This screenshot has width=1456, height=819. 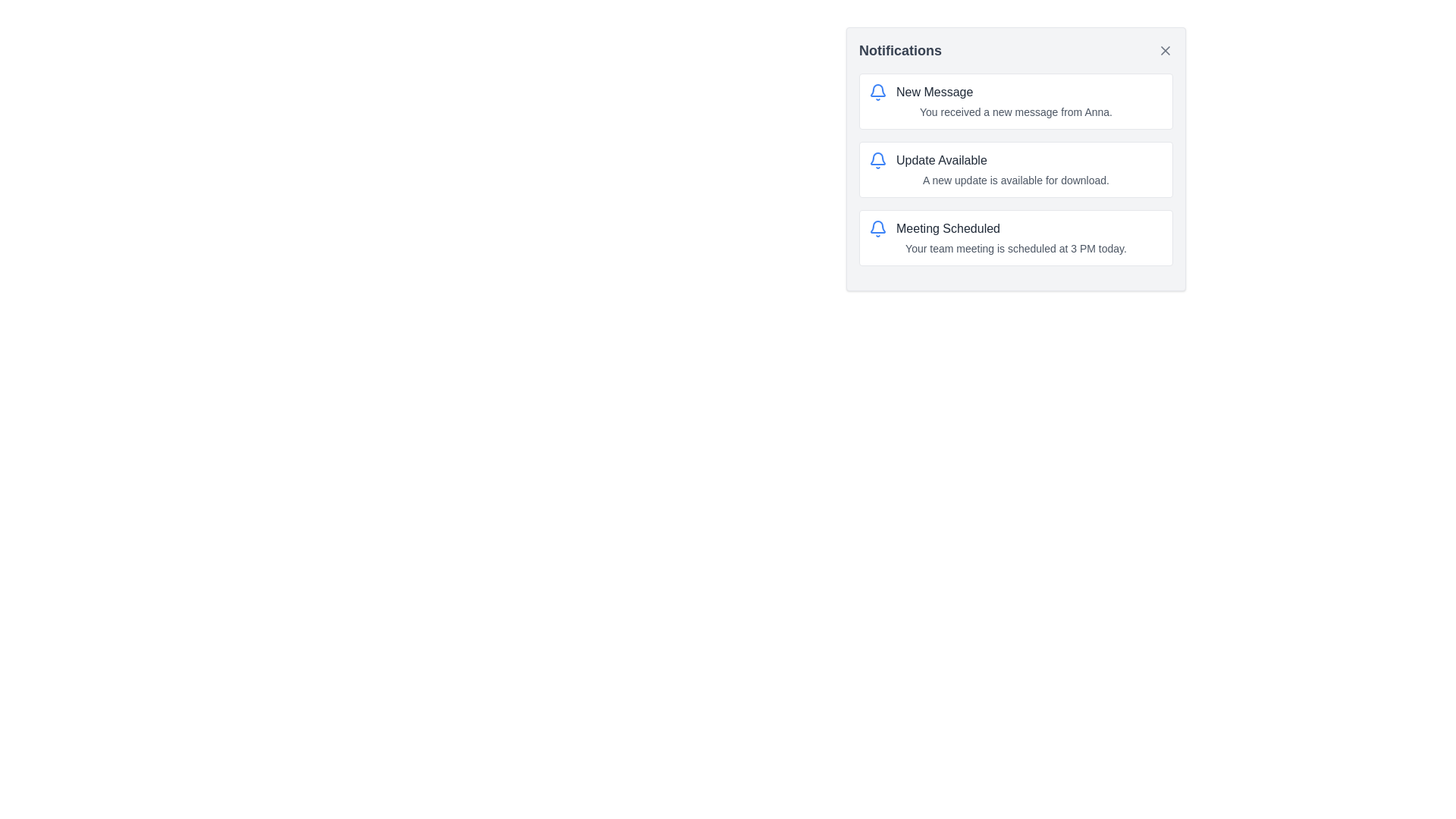 What do you see at coordinates (947, 228) in the screenshot?
I see `the text label that reads 'Meeting Scheduled', which is styled with a medium font weight and gray color, positioned as the third item in a stacked list of notifications` at bounding box center [947, 228].